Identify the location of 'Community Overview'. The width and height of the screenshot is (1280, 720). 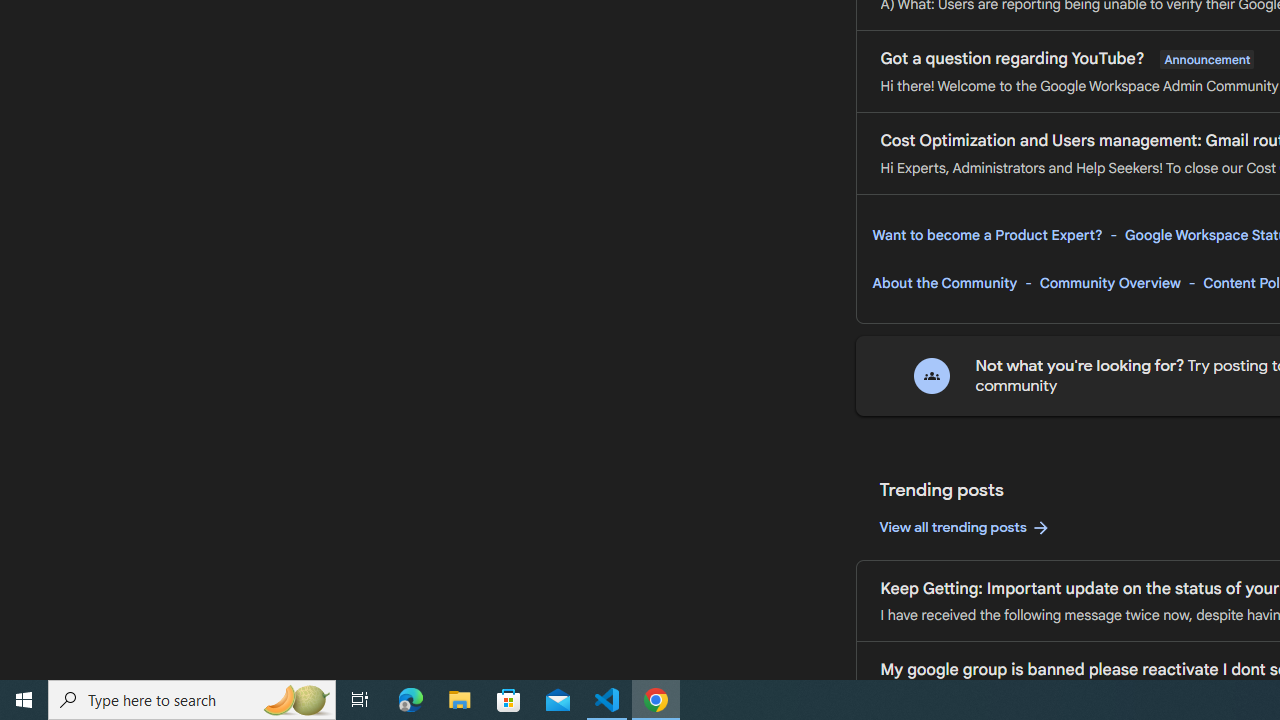
(1109, 283).